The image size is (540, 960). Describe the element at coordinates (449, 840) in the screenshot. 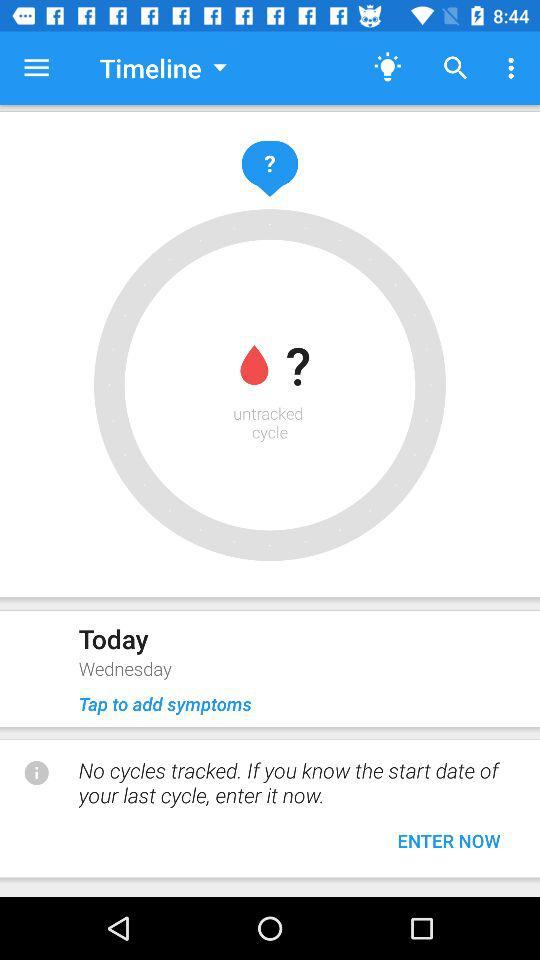

I see `the enter now button at the bottom of the page` at that location.